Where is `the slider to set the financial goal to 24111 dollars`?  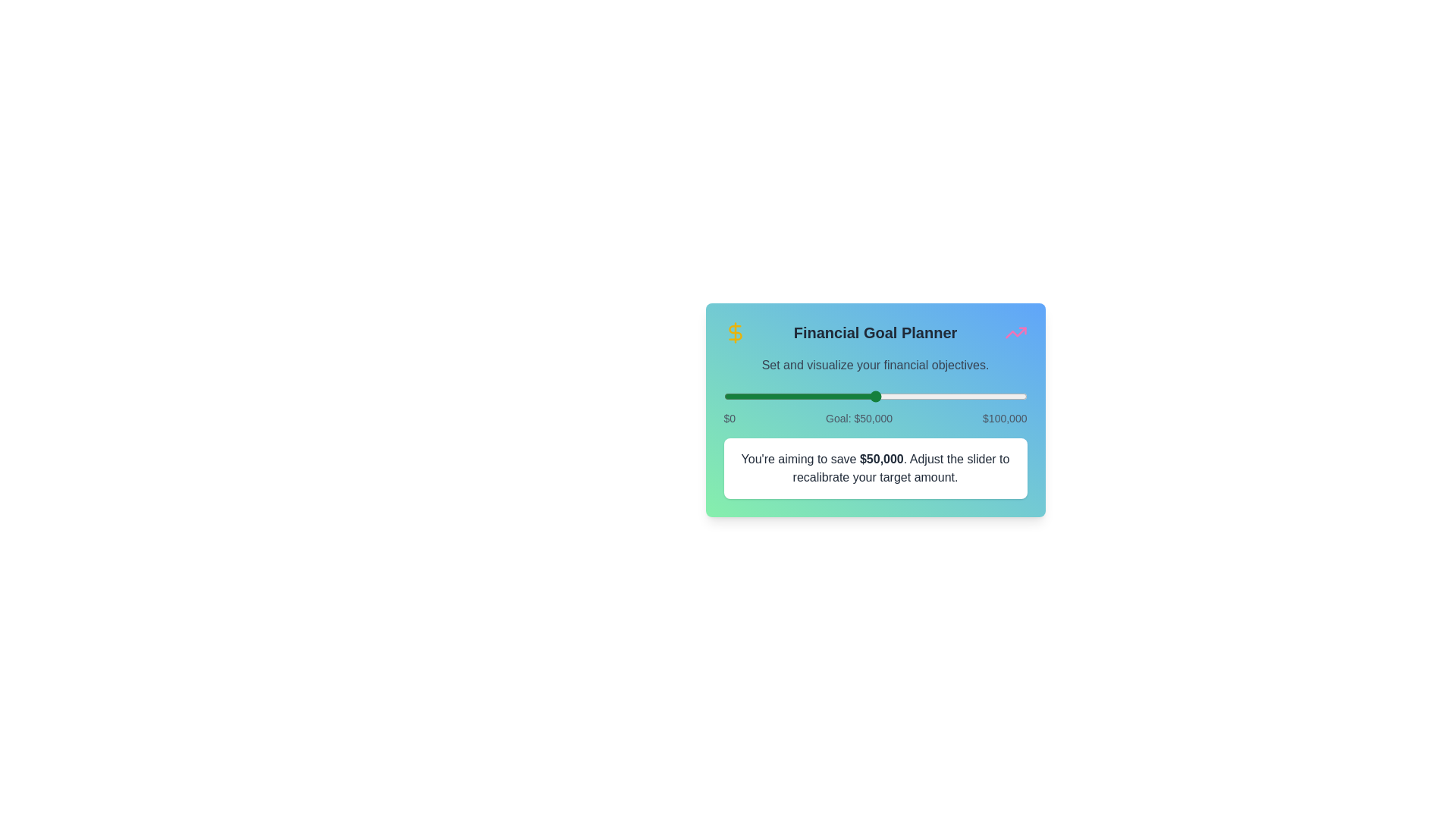
the slider to set the financial goal to 24111 dollars is located at coordinates (796, 396).